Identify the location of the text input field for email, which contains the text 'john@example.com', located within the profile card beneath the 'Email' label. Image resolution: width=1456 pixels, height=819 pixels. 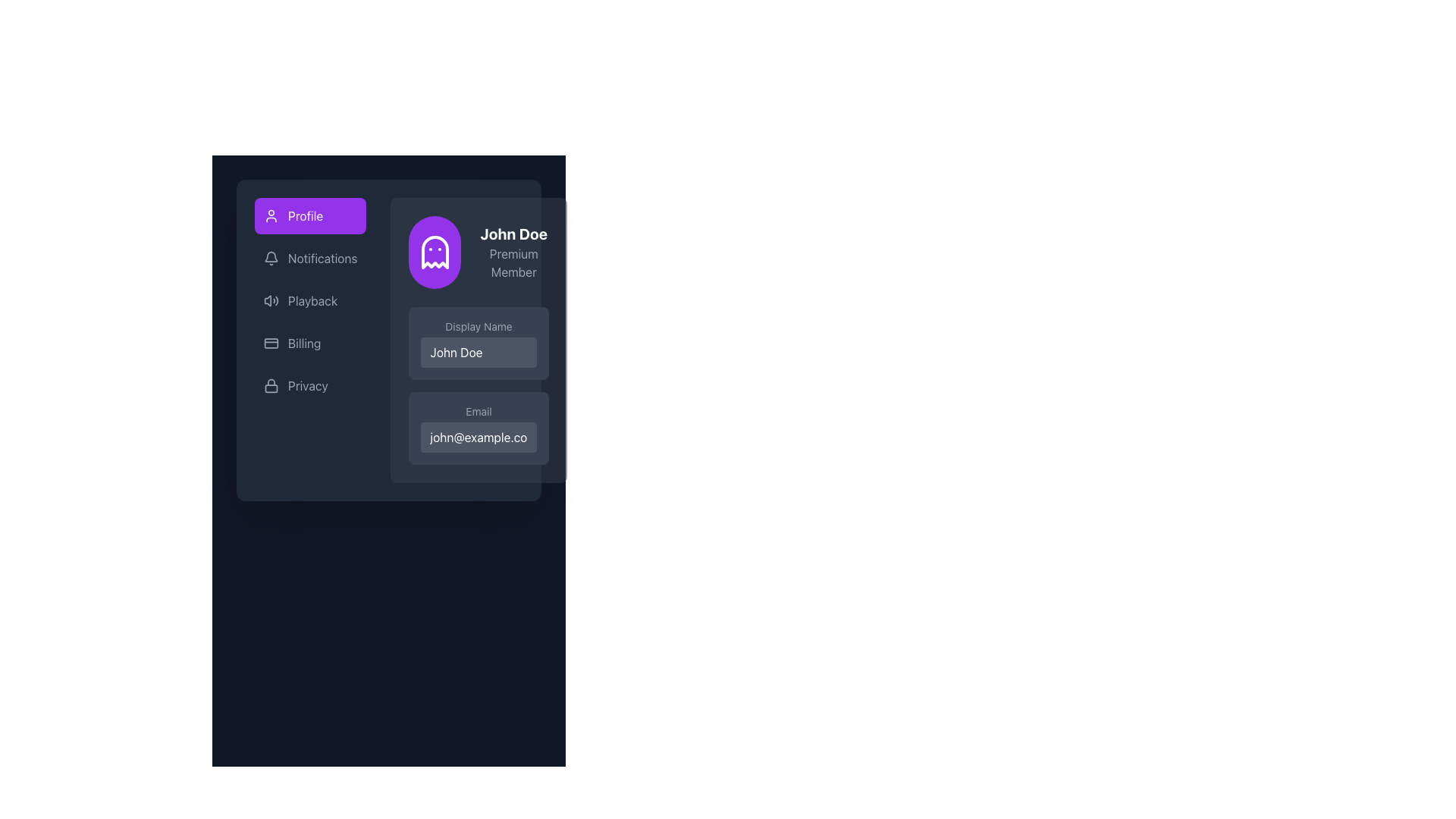
(478, 438).